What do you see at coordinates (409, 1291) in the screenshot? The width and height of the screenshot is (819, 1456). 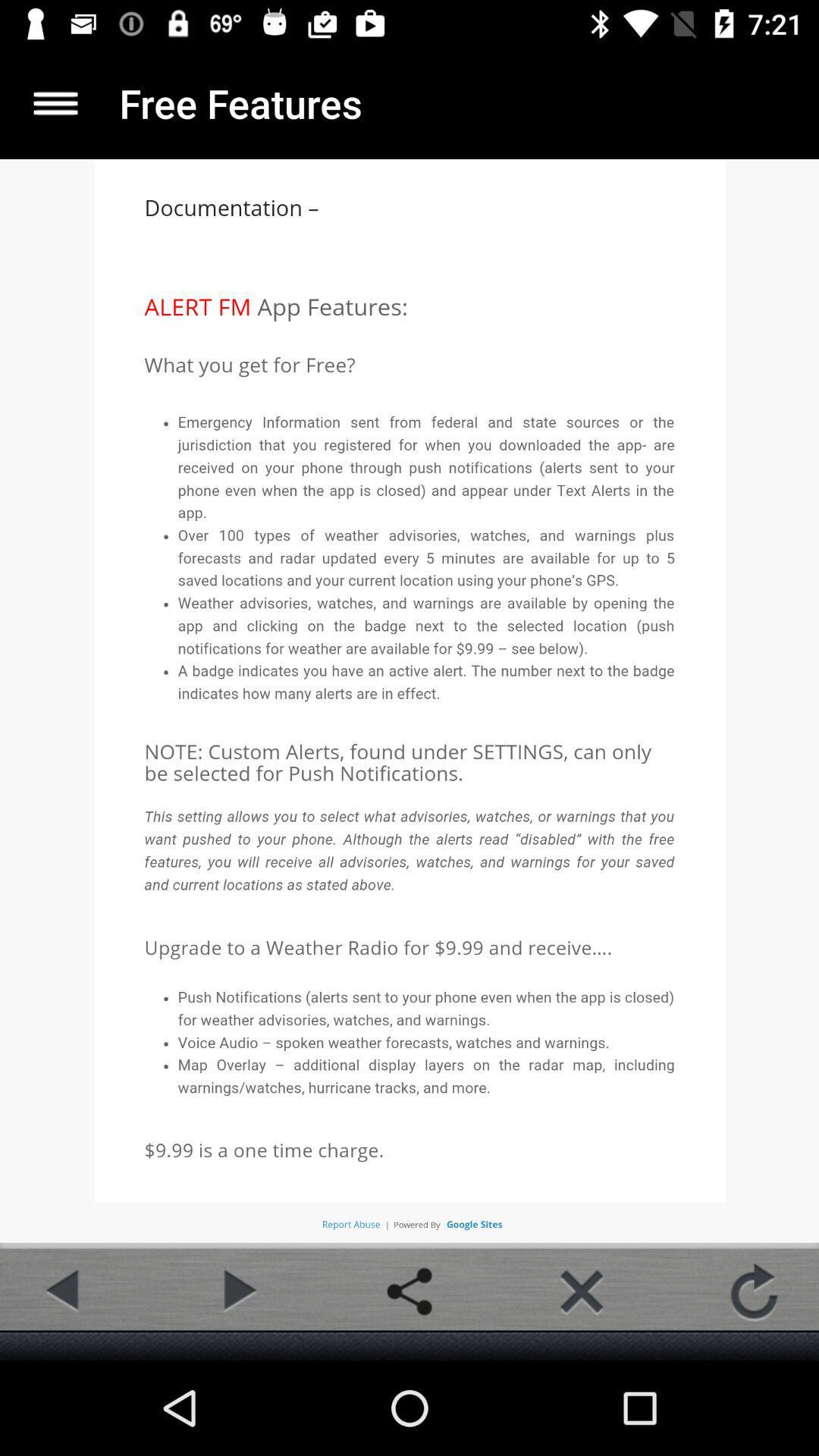 I see `share button` at bounding box center [409, 1291].